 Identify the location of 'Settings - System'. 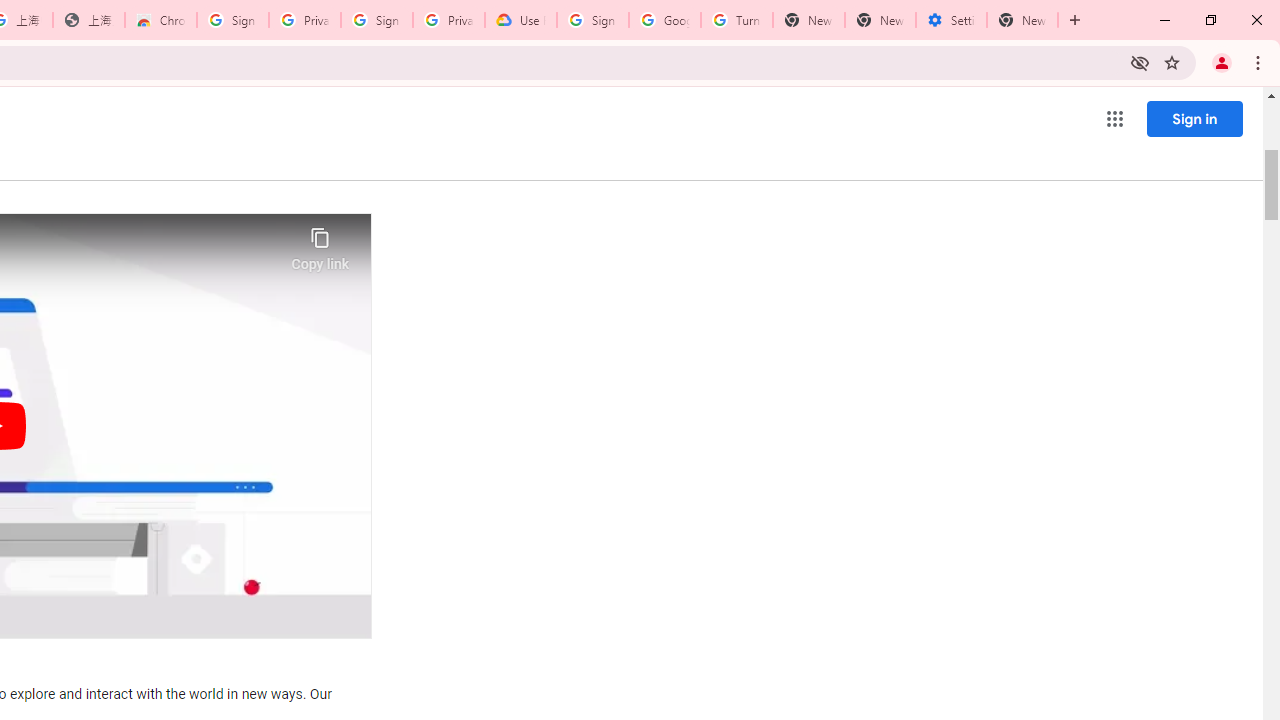
(950, 20).